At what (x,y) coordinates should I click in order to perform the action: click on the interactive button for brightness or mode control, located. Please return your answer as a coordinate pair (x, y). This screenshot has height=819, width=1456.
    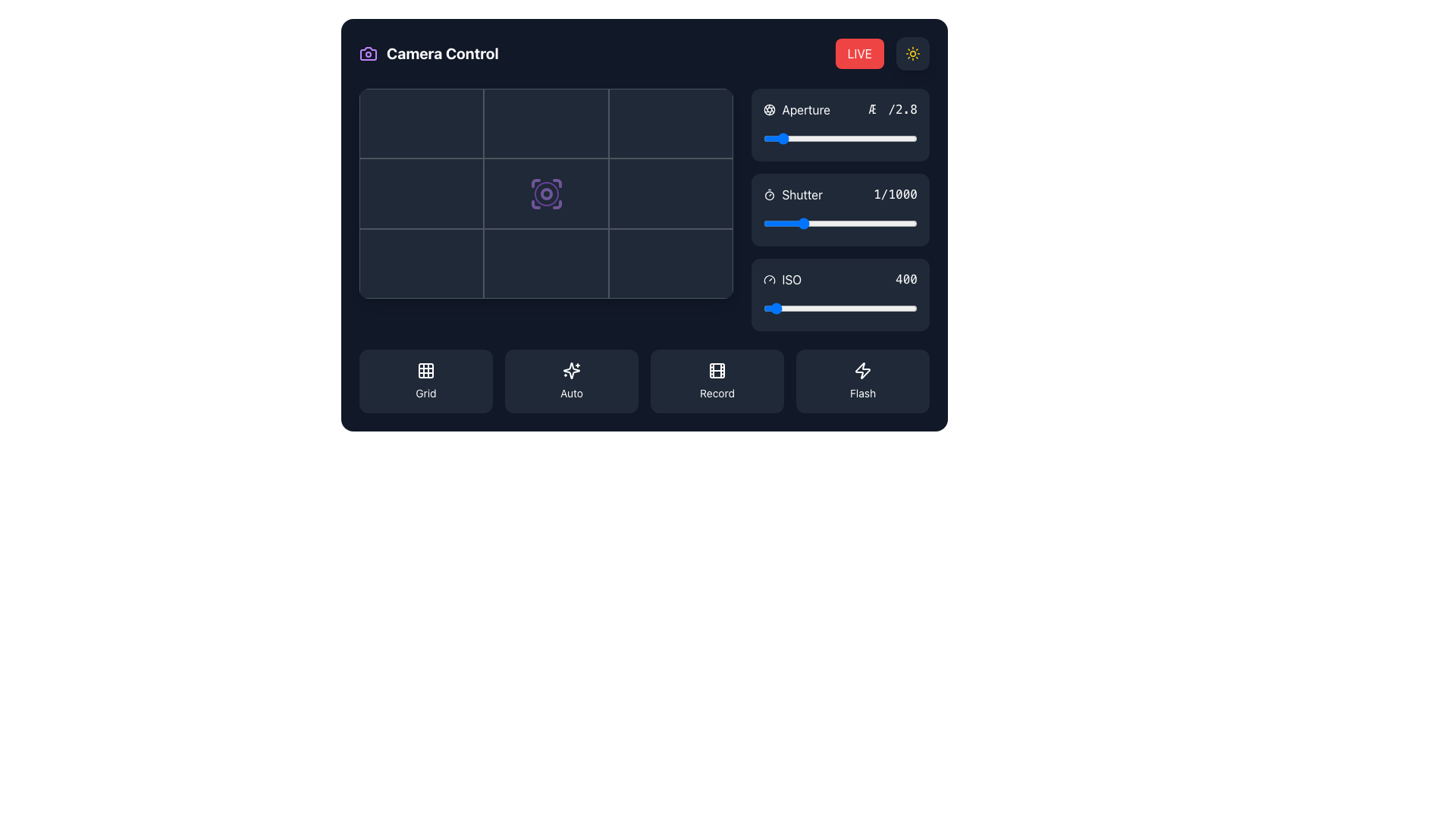
    Looking at the image, I should click on (912, 52).